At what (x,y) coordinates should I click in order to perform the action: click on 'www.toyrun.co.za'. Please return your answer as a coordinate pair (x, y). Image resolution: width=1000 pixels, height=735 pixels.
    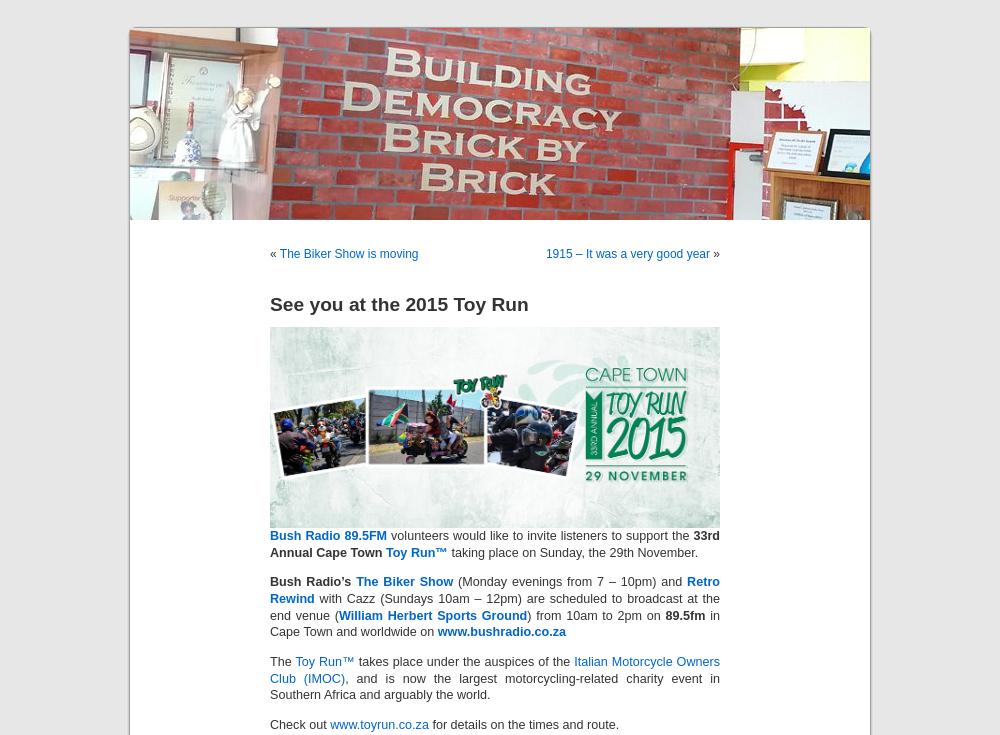
    Looking at the image, I should click on (379, 723).